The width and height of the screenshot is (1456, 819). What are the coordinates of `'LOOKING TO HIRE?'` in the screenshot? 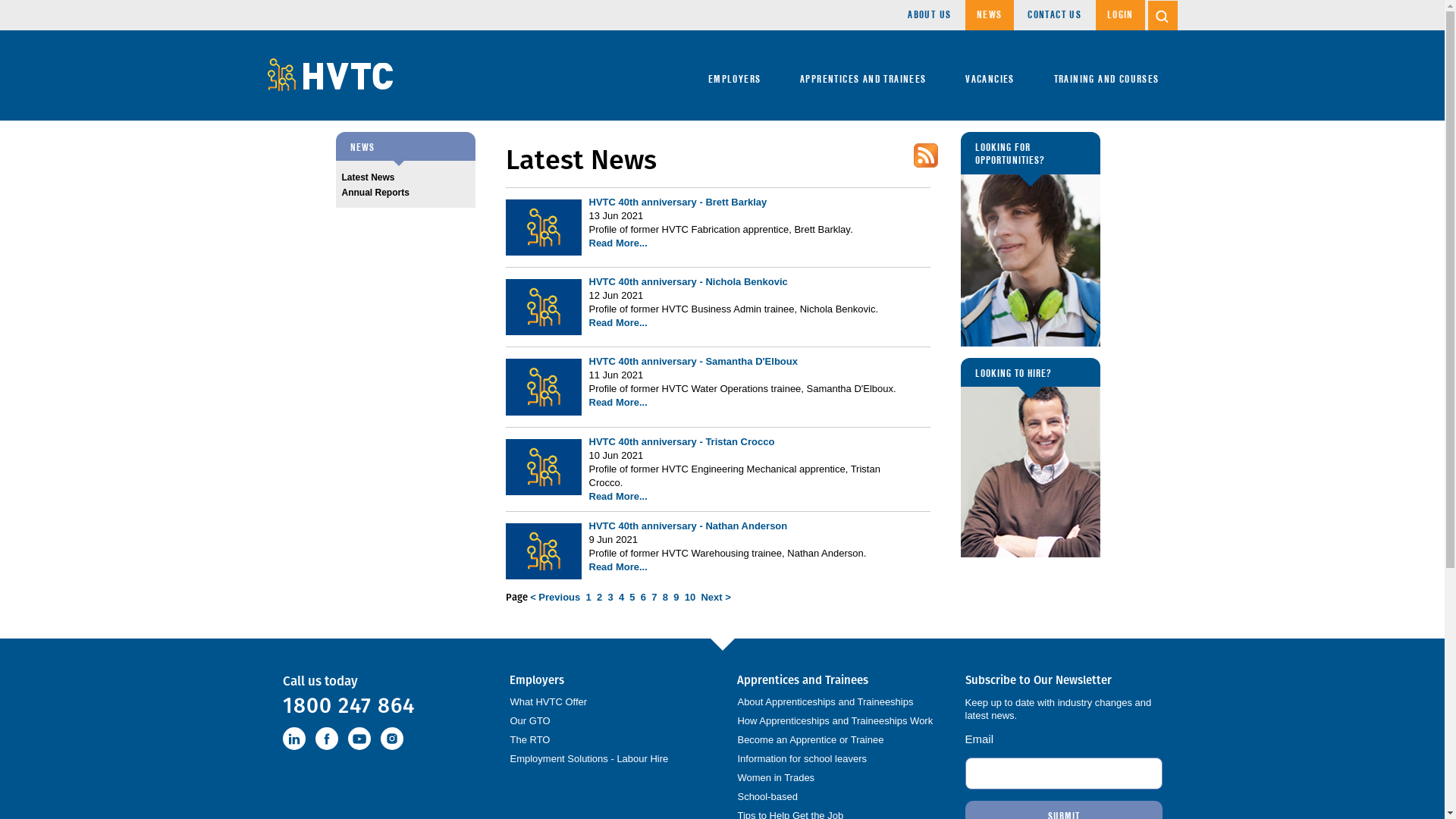 It's located at (1030, 457).